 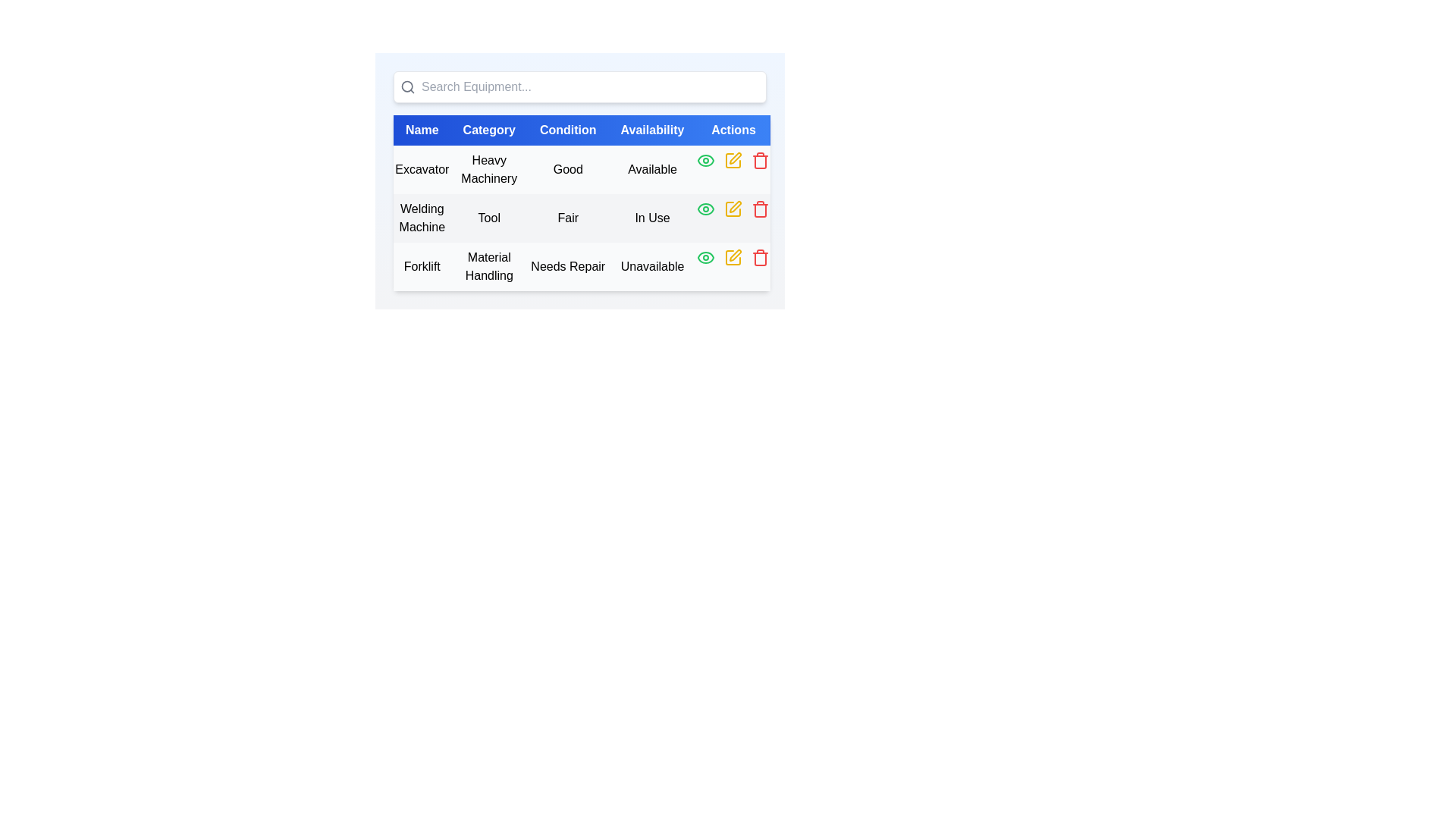 What do you see at coordinates (422, 169) in the screenshot?
I see `the text element displaying 'Excavator'` at bounding box center [422, 169].